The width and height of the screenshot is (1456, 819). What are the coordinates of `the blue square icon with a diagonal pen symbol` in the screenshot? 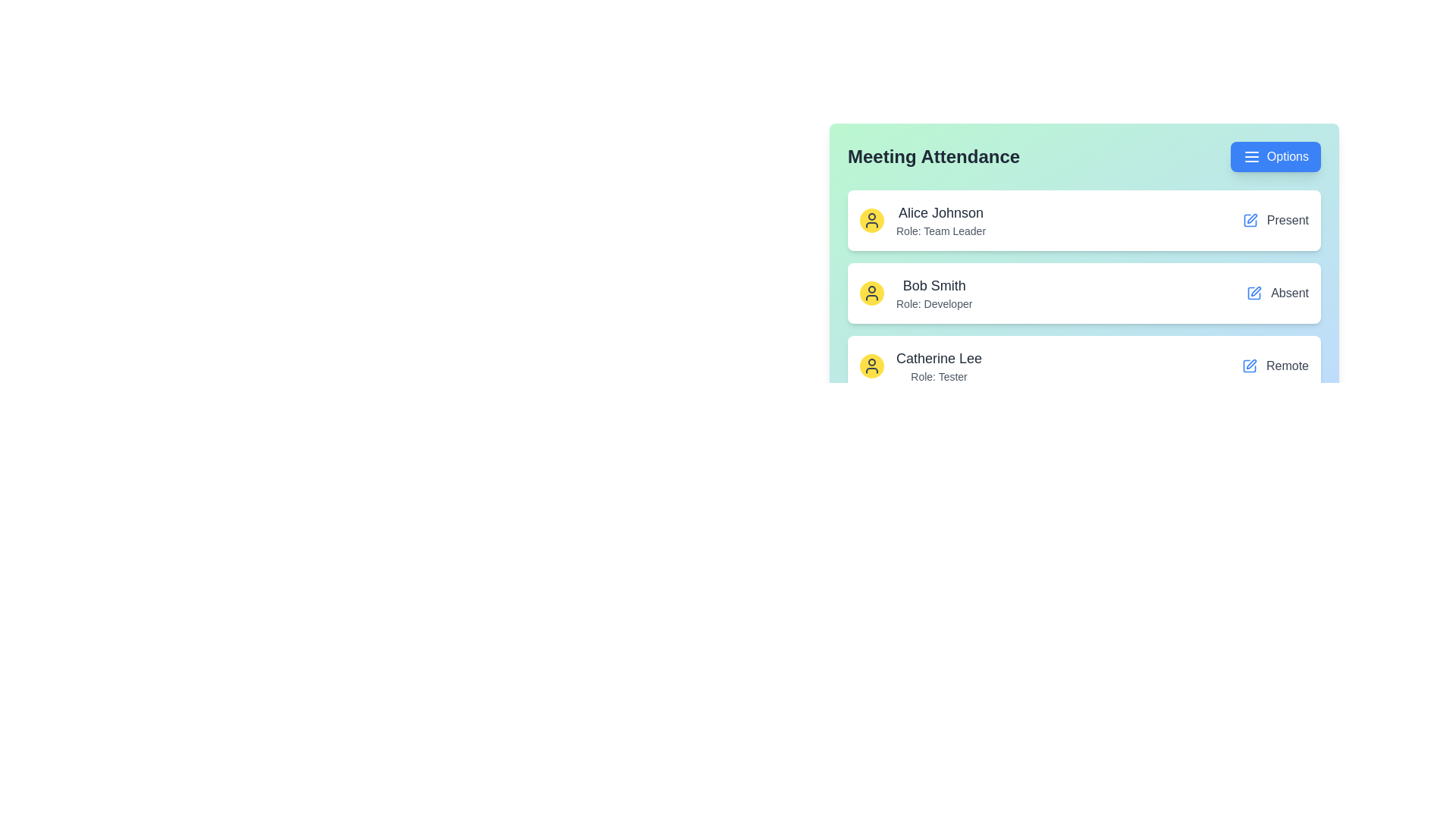 It's located at (1250, 220).